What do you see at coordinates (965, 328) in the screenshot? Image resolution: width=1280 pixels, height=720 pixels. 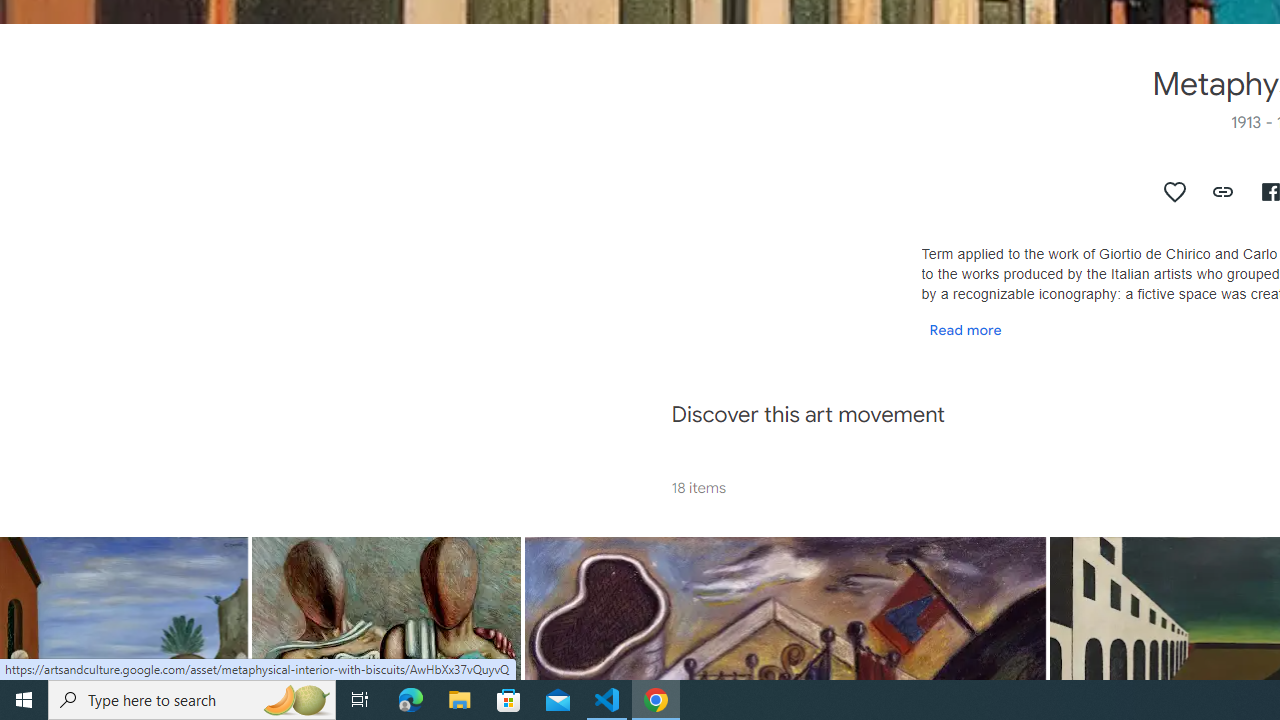 I see `'Read more'` at bounding box center [965, 328].